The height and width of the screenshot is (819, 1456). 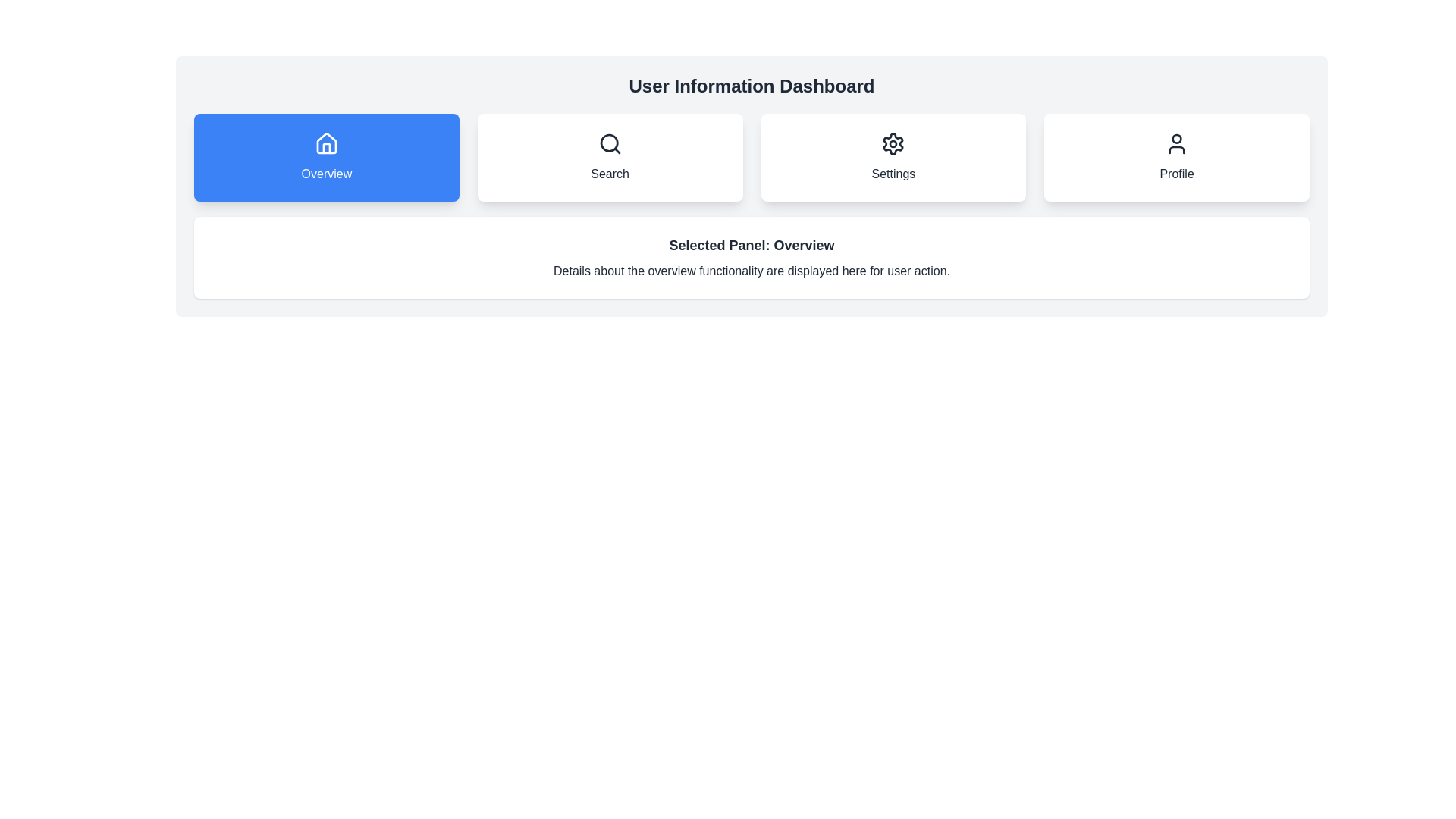 What do you see at coordinates (325, 143) in the screenshot?
I see `the house icon located within the 'Overview' button, which is the leftmost button in the navigation row at the top of the interface` at bounding box center [325, 143].